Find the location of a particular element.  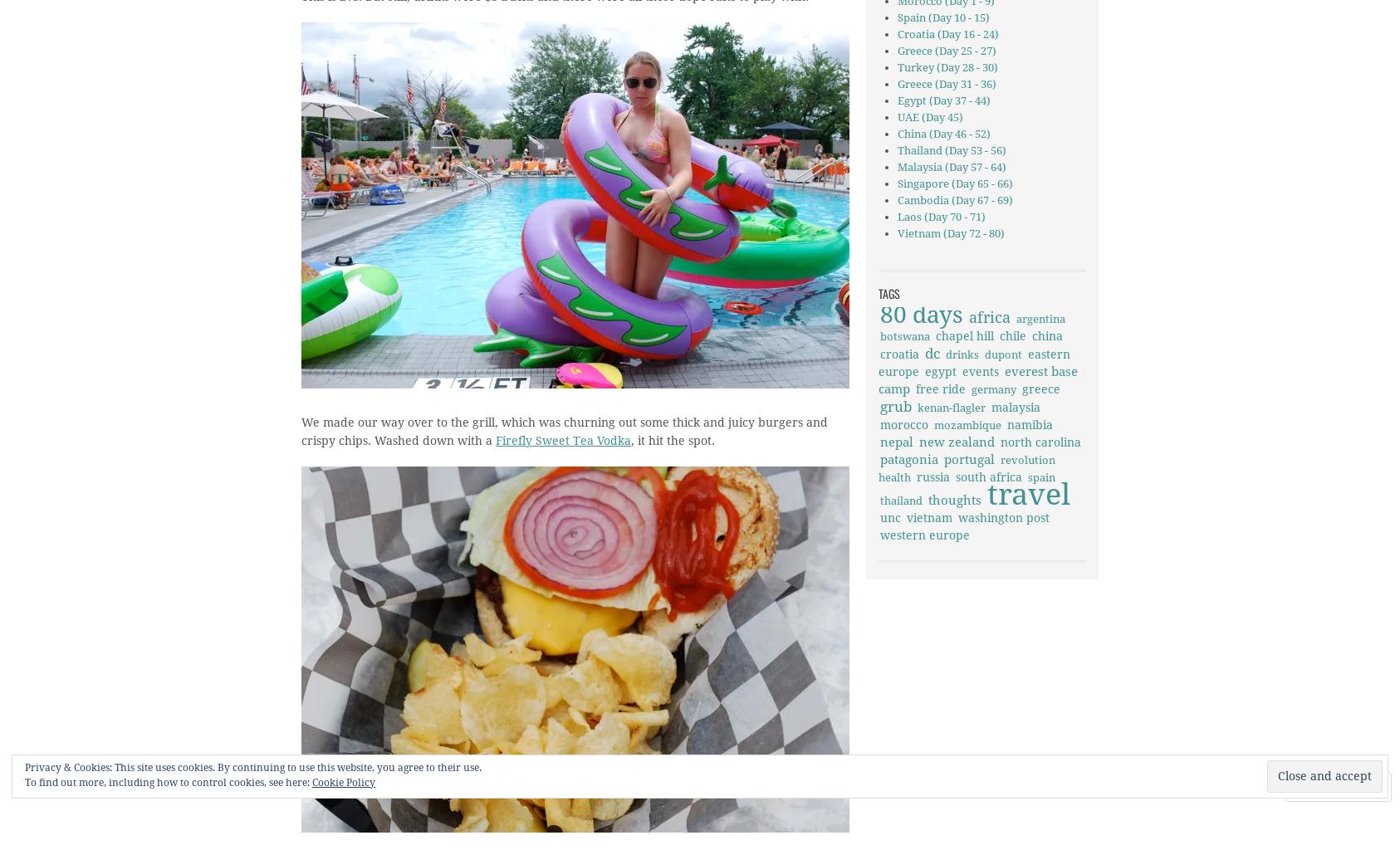

'thailand' is located at coordinates (901, 501).